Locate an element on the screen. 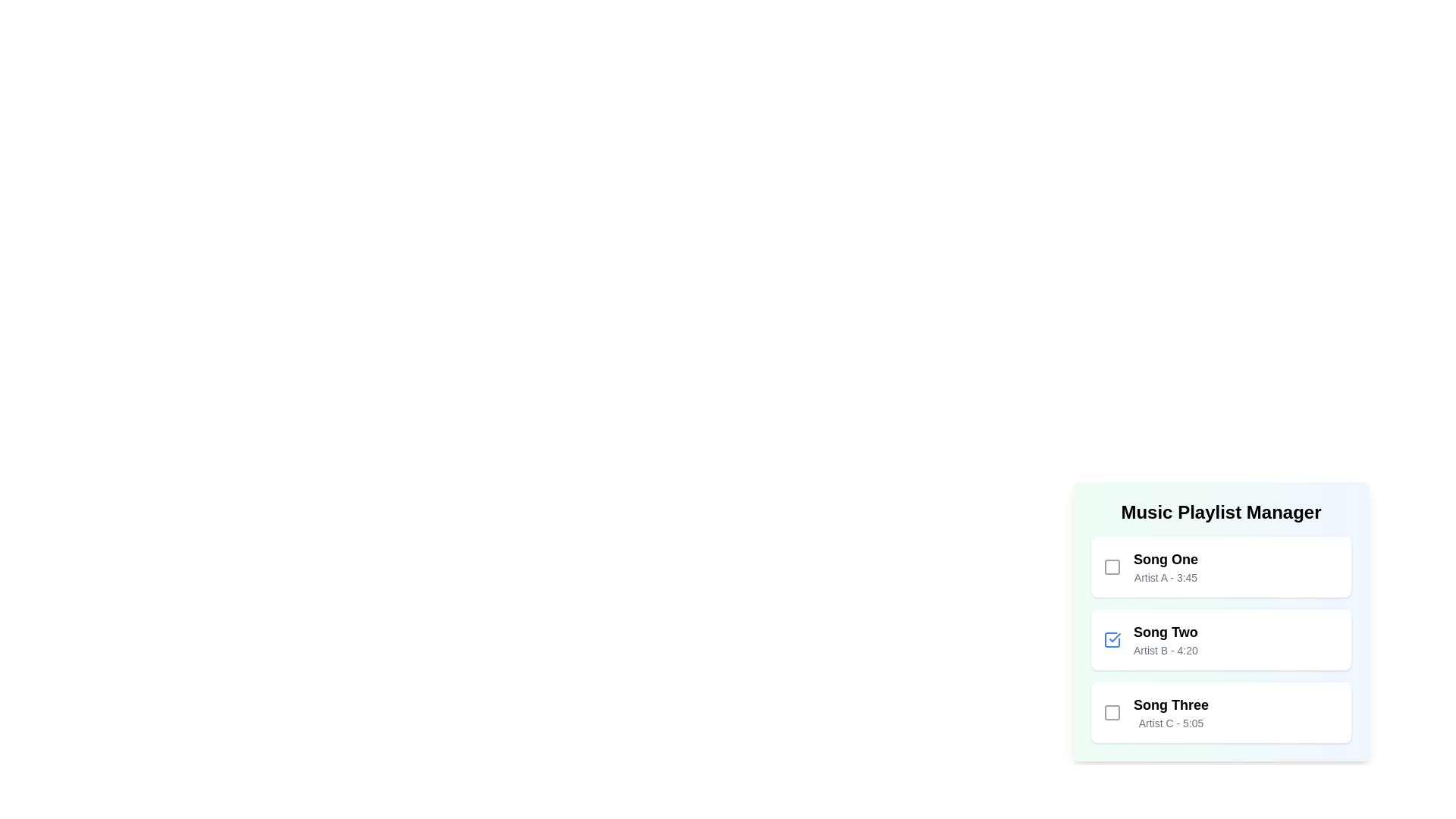 The height and width of the screenshot is (819, 1456). the box containing the song title 'Song Three', artist 'Artist C', and duration '5:05' is located at coordinates (1221, 713).